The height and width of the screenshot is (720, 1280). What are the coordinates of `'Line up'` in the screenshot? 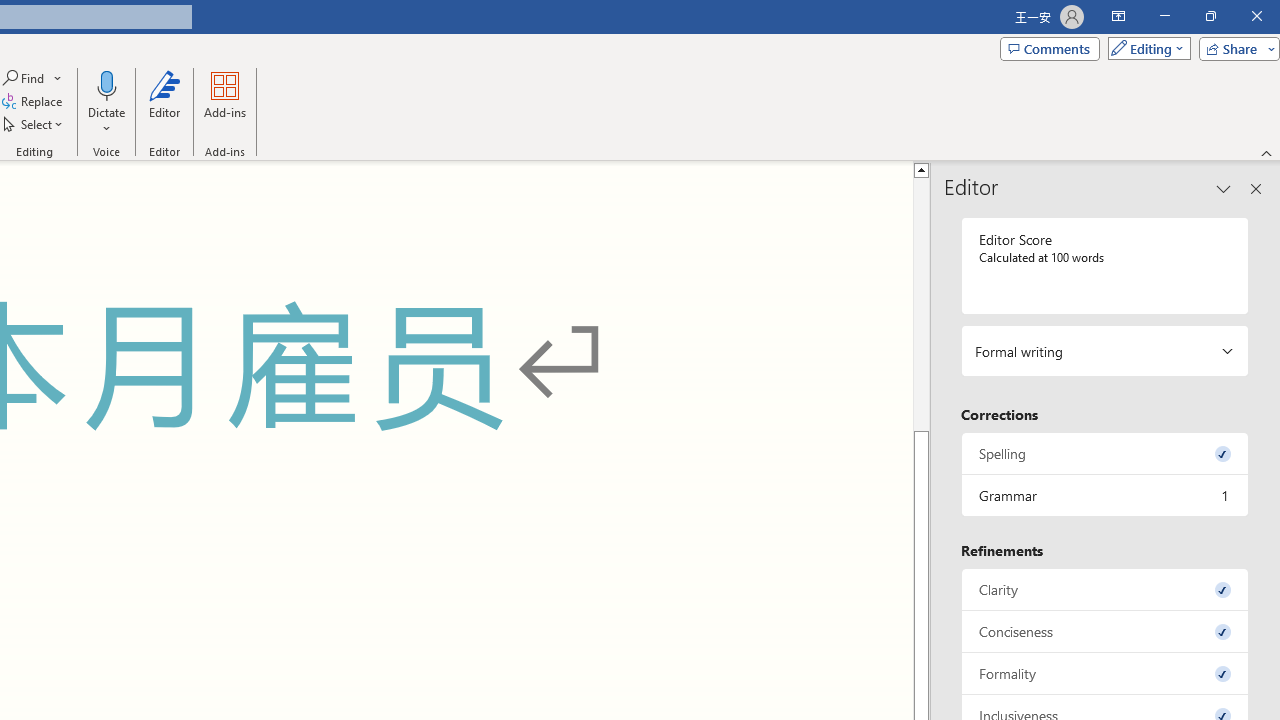 It's located at (920, 168).